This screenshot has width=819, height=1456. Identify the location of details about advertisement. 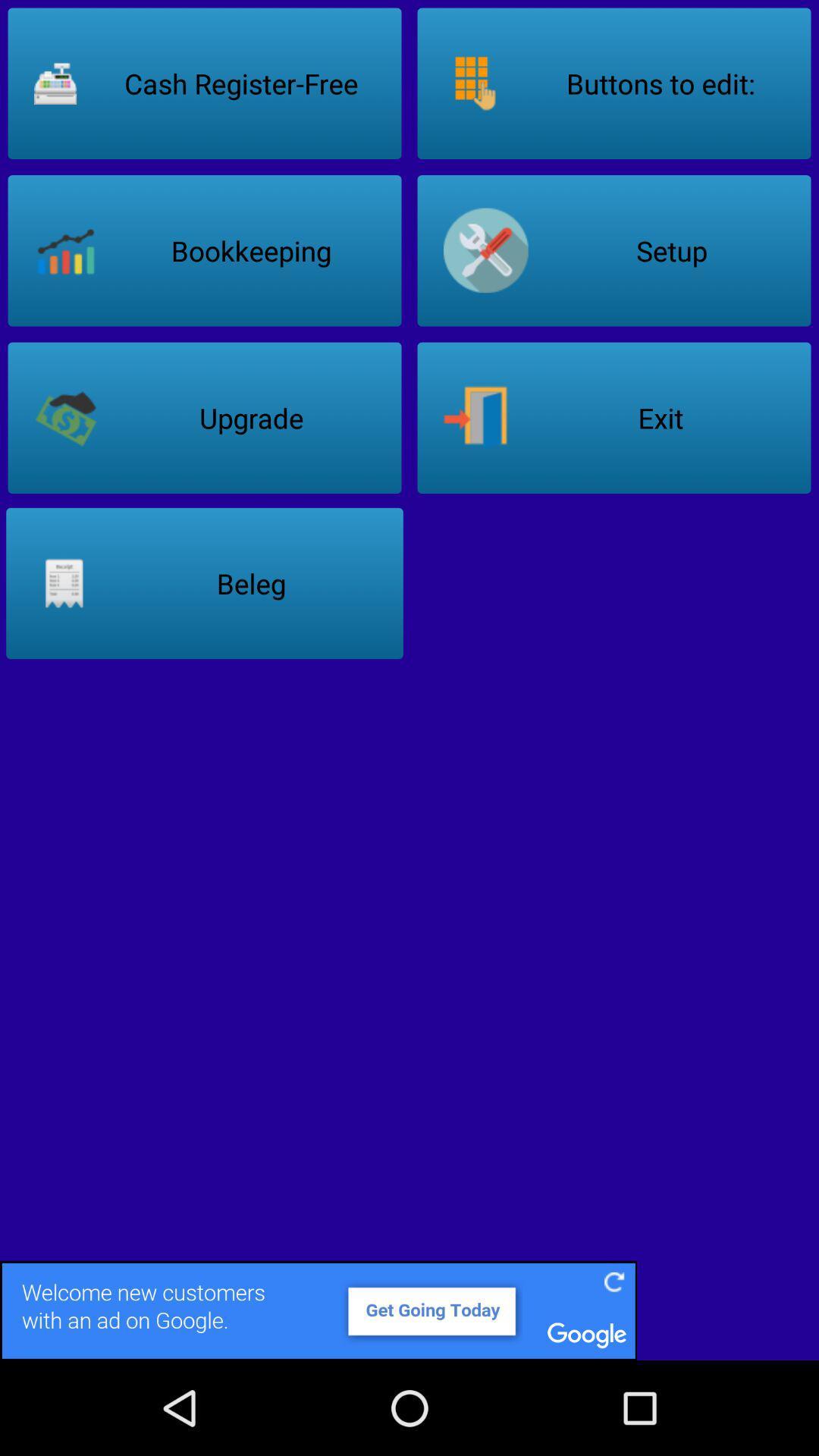
(409, 1310).